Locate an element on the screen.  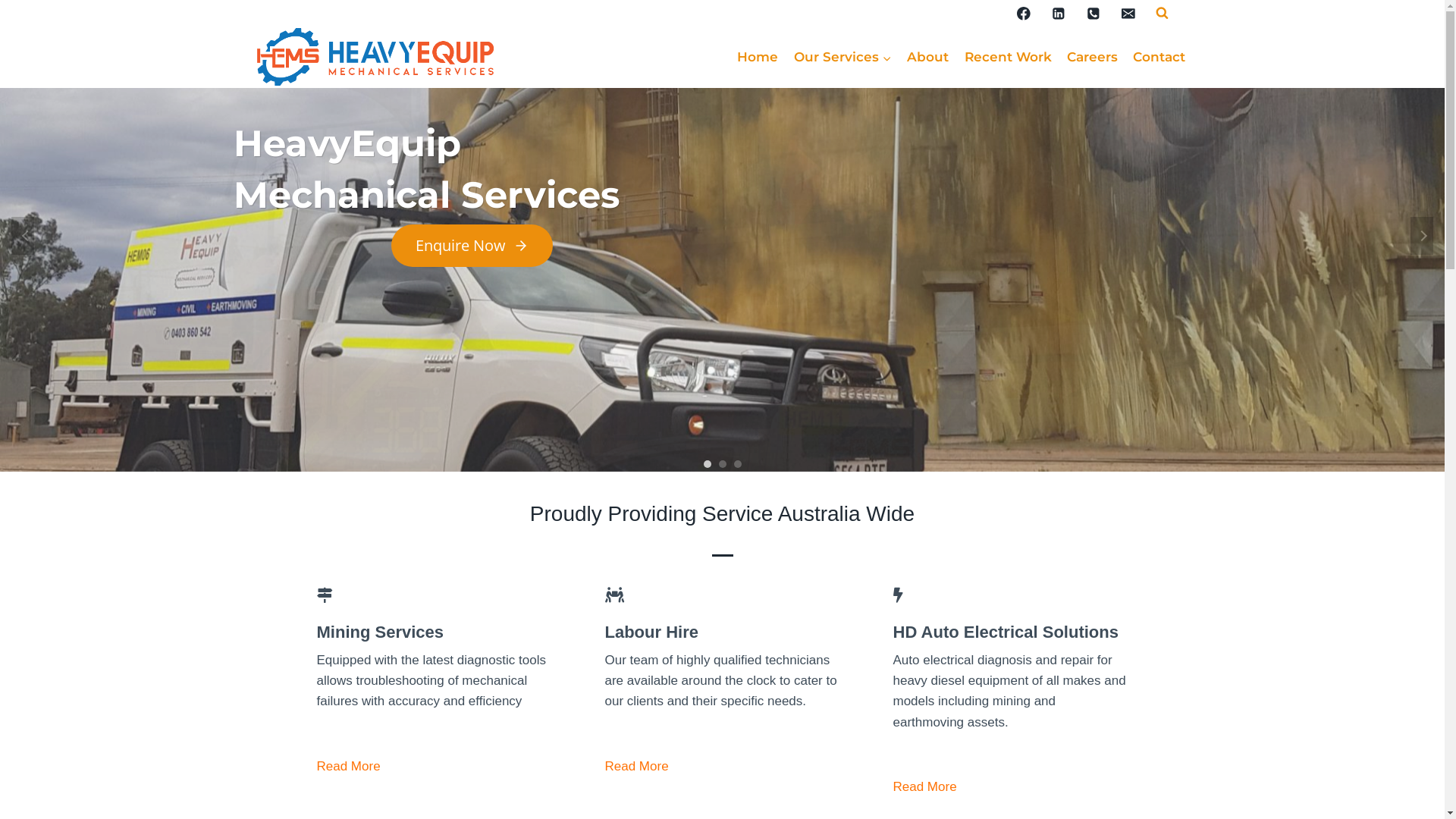
'Next' is located at coordinates (1421, 236).